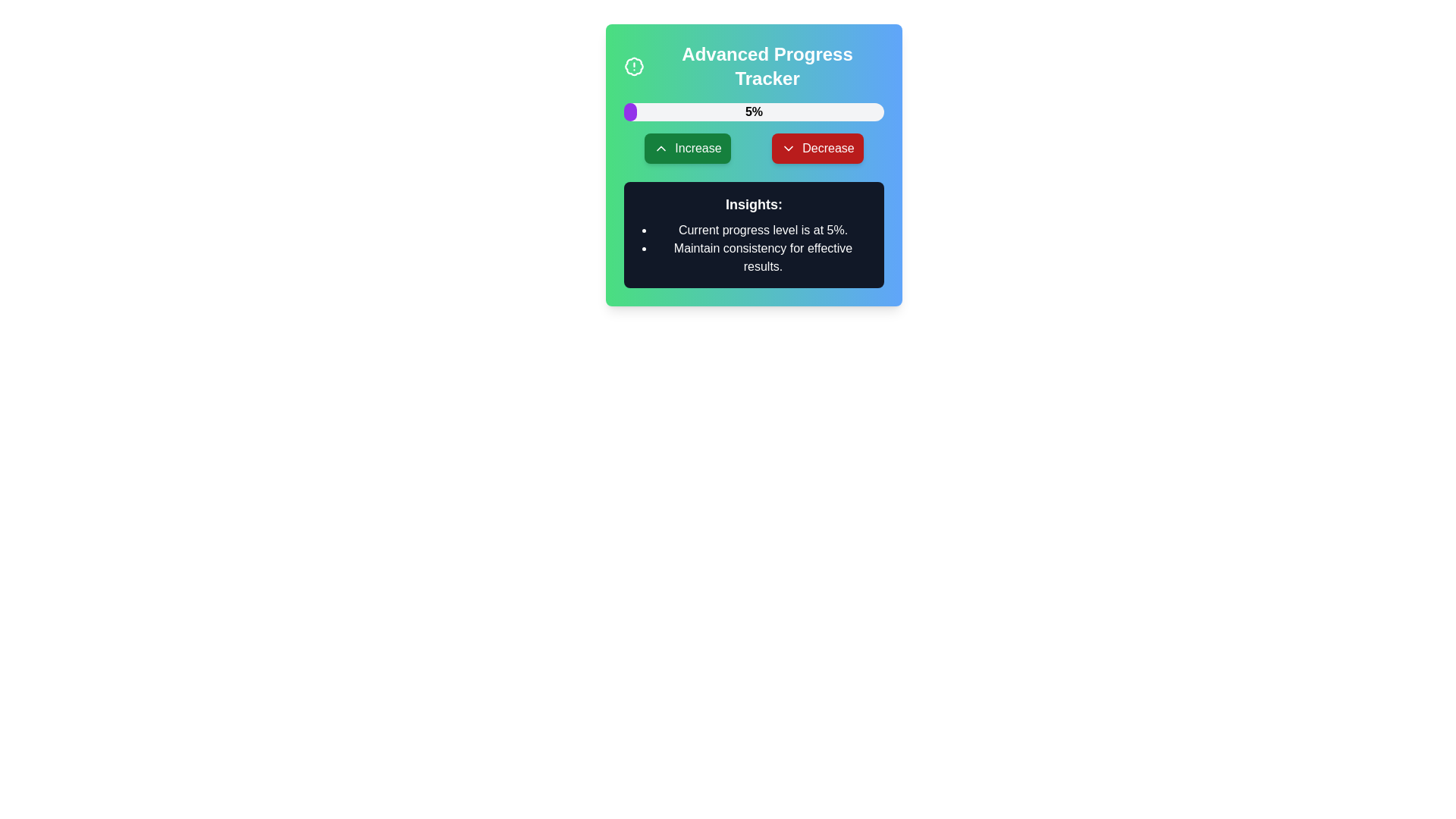 The height and width of the screenshot is (819, 1456). I want to click on the first button to the left of the red 'Decrease' button, positioned below the progress bar, so click(687, 149).